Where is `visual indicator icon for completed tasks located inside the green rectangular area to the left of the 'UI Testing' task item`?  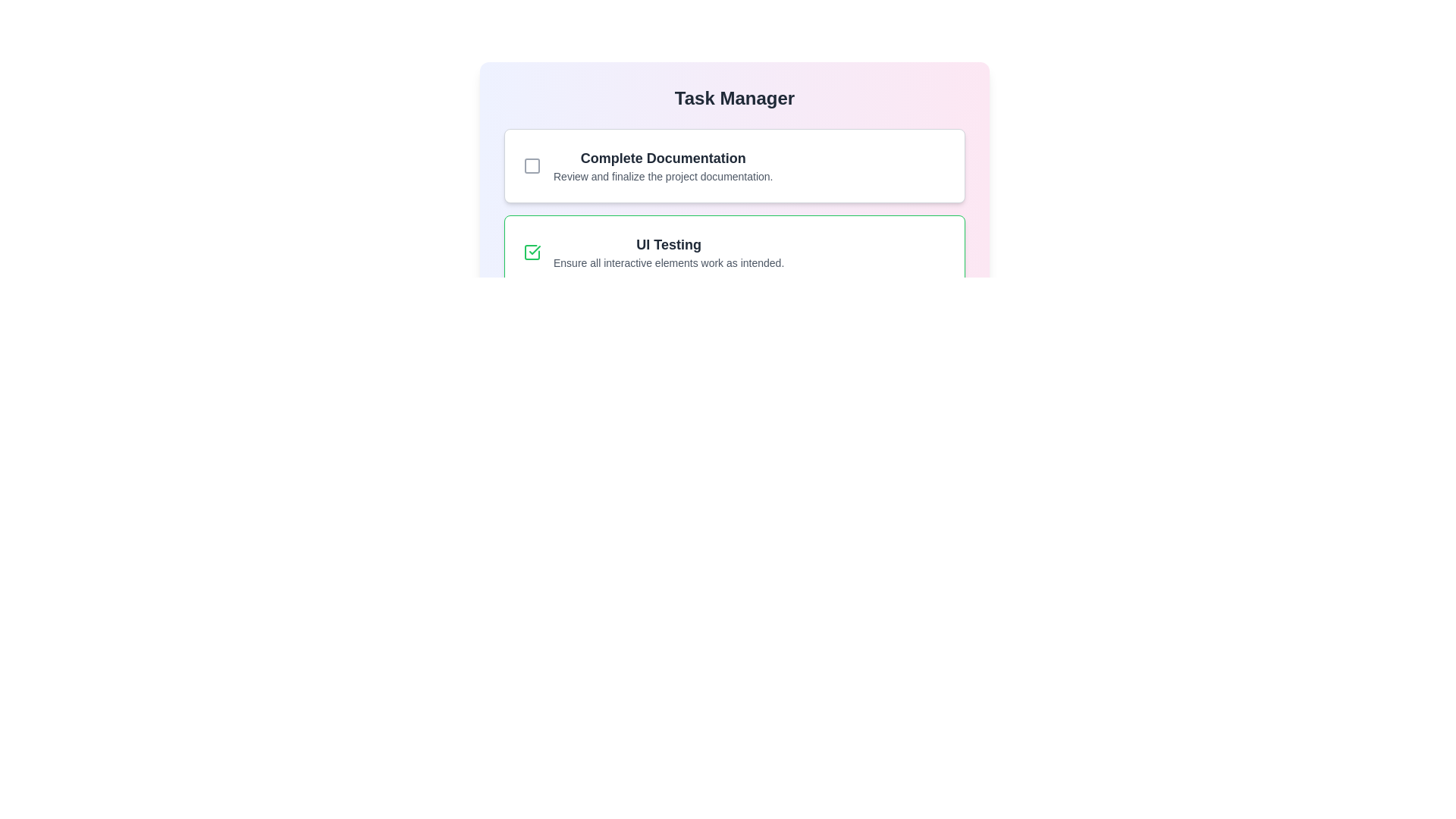
visual indicator icon for completed tasks located inside the green rectangular area to the left of the 'UI Testing' task item is located at coordinates (535, 249).